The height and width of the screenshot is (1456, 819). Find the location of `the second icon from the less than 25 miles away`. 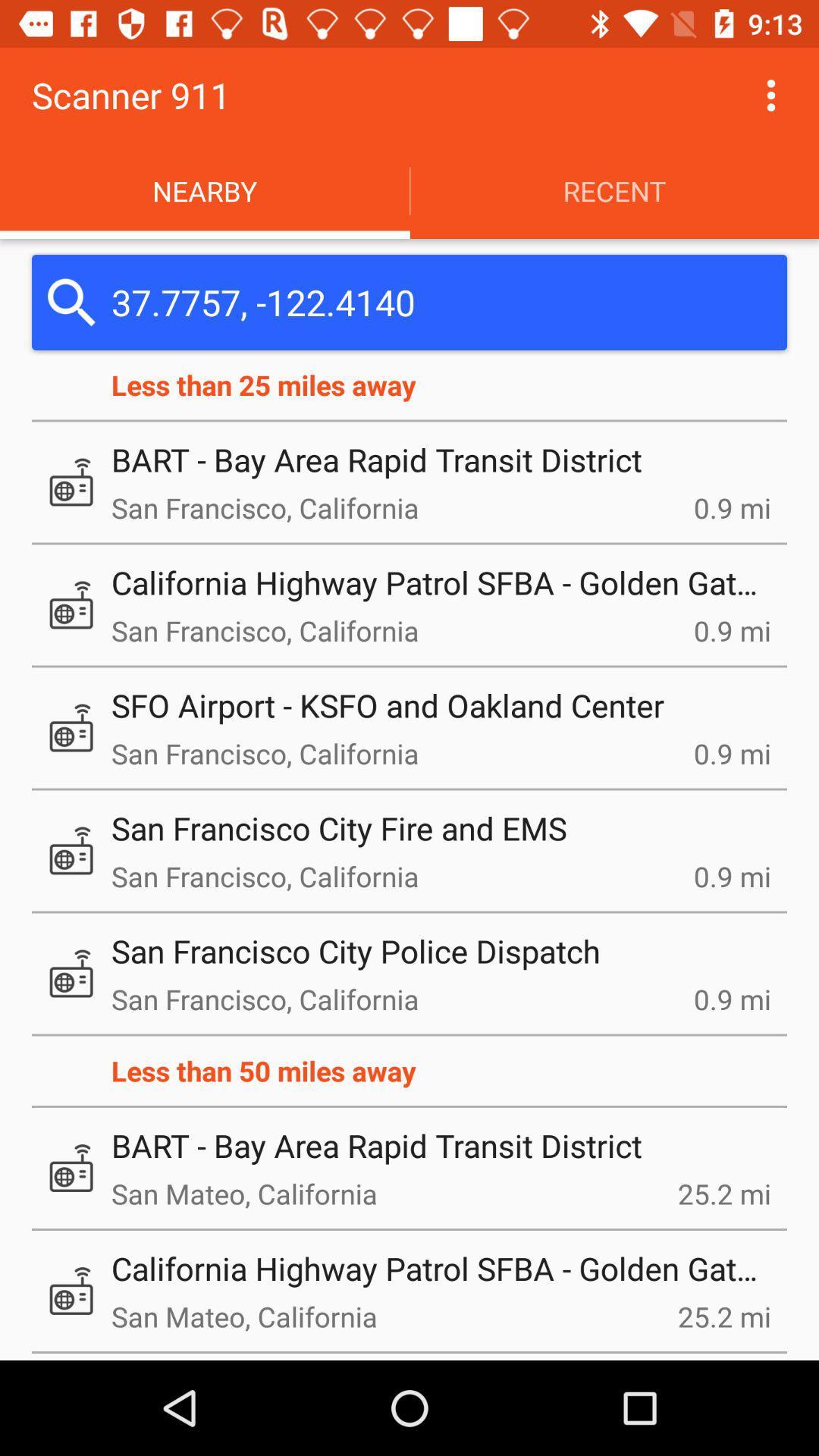

the second icon from the less than 25 miles away is located at coordinates (71, 604).